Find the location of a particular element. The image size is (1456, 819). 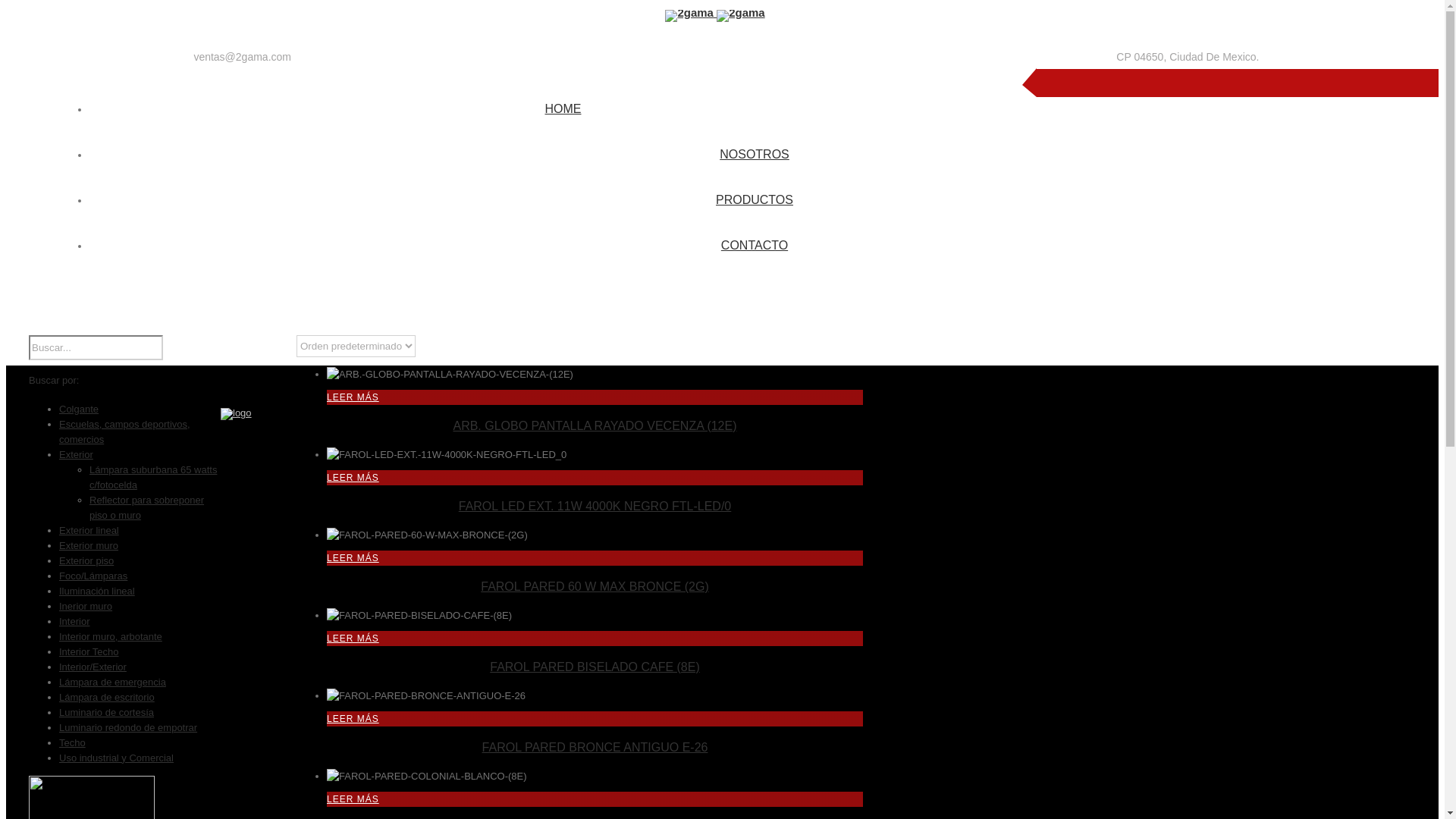

'Colgante' is located at coordinates (78, 408).